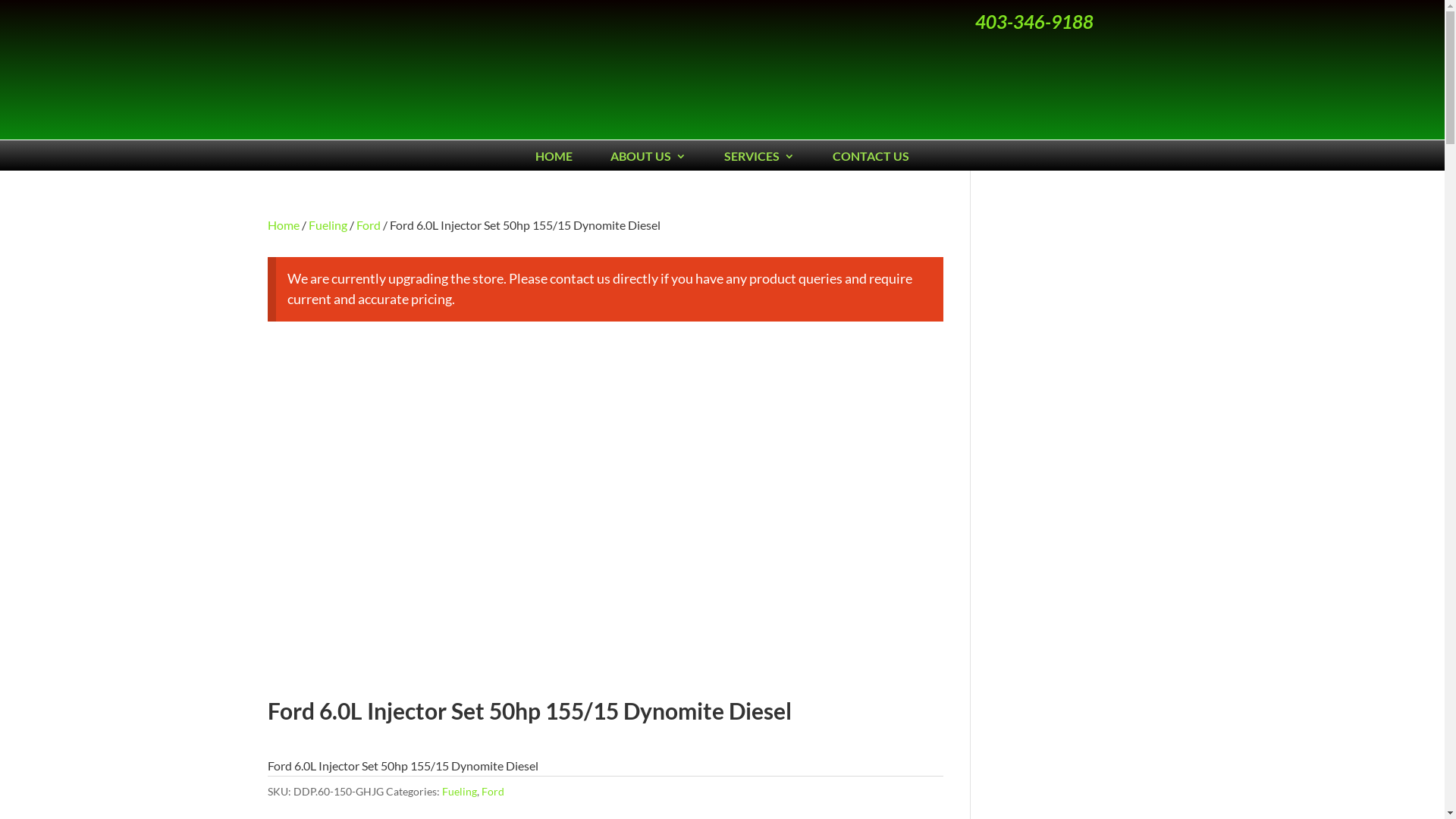 The image size is (1456, 819). Describe the element at coordinates (871, 158) in the screenshot. I see `'CONTACT US'` at that location.